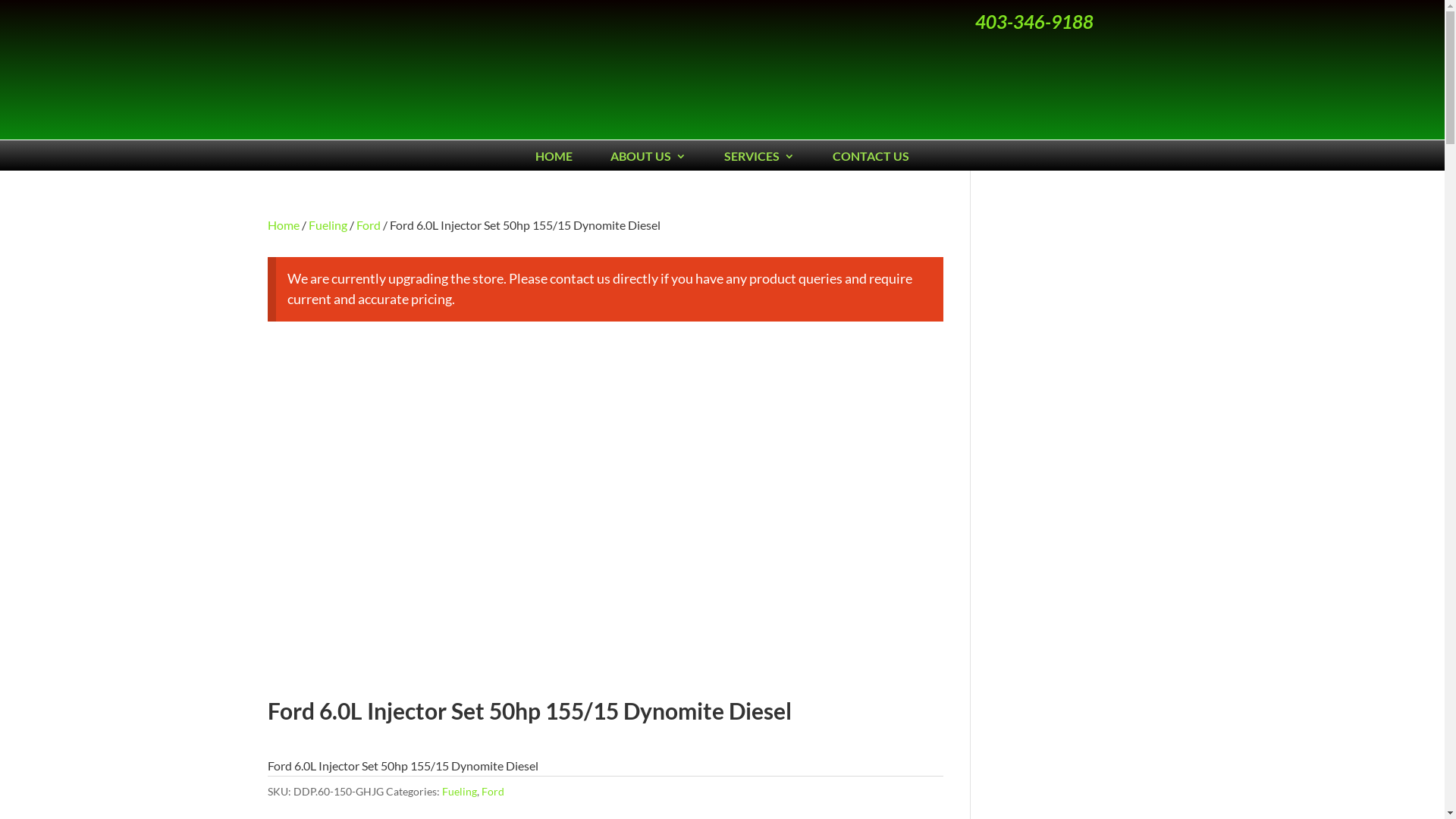 The image size is (1456, 819). Describe the element at coordinates (871, 158) in the screenshot. I see `'CONTACT US'` at that location.